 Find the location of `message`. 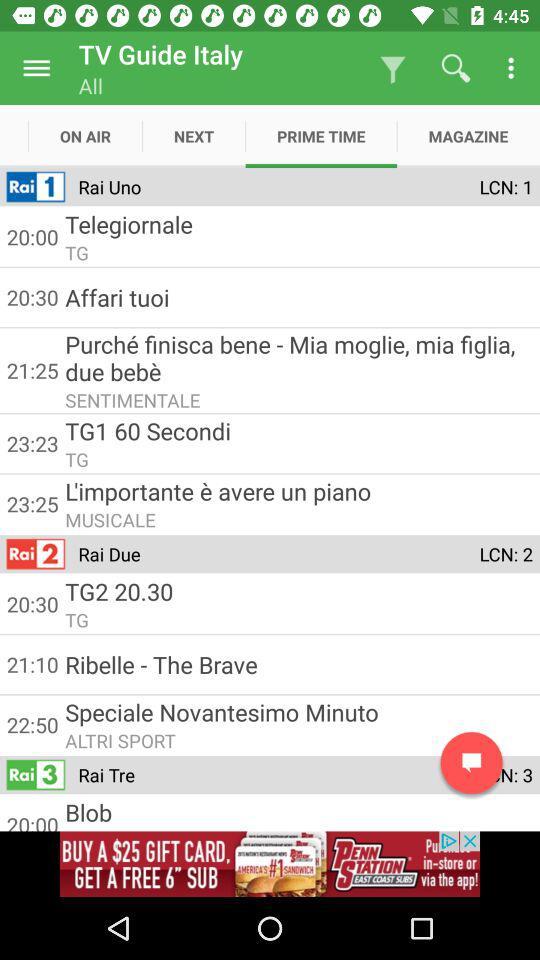

message is located at coordinates (471, 762).